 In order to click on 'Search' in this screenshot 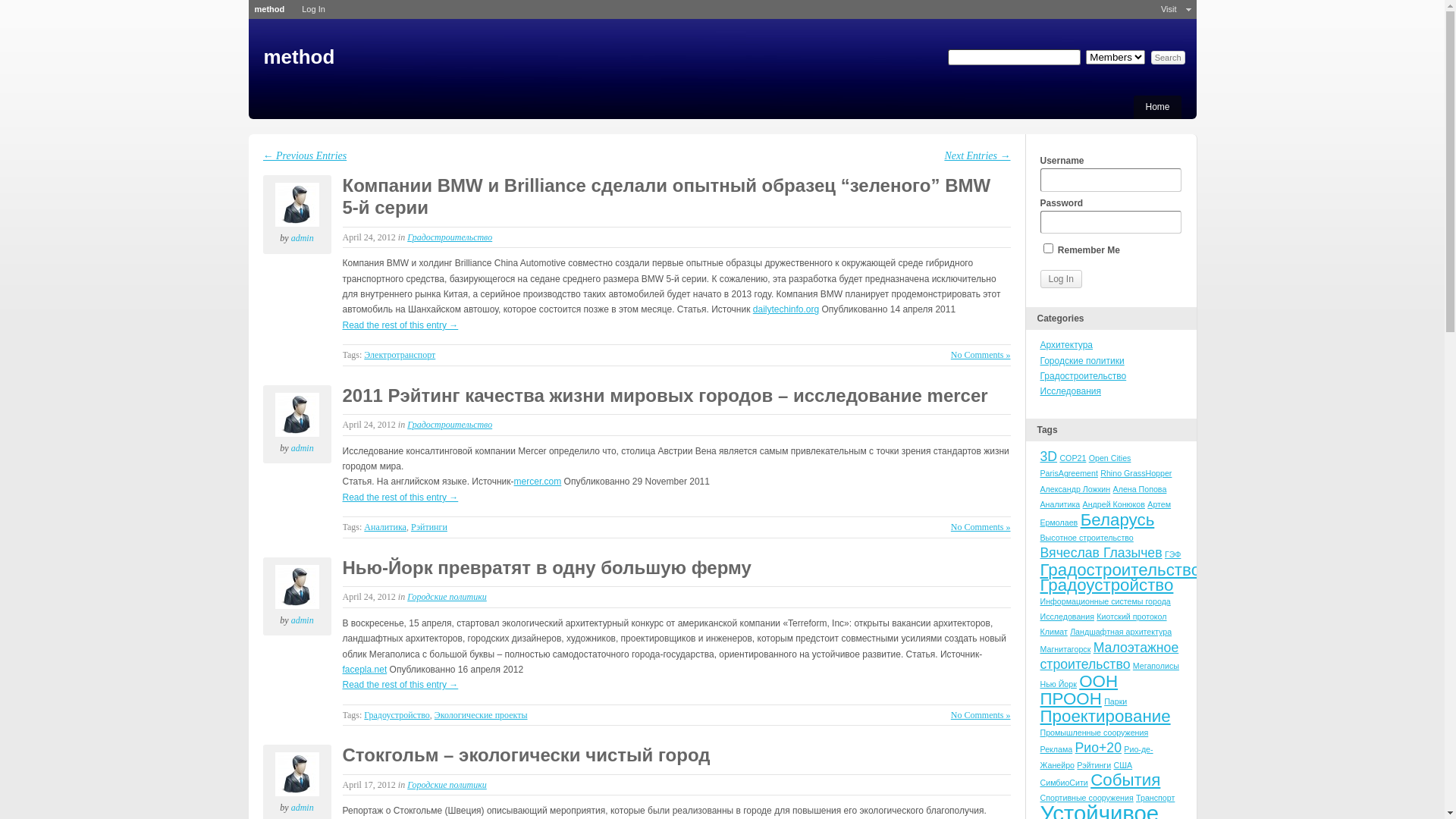, I will do `click(1167, 57)`.